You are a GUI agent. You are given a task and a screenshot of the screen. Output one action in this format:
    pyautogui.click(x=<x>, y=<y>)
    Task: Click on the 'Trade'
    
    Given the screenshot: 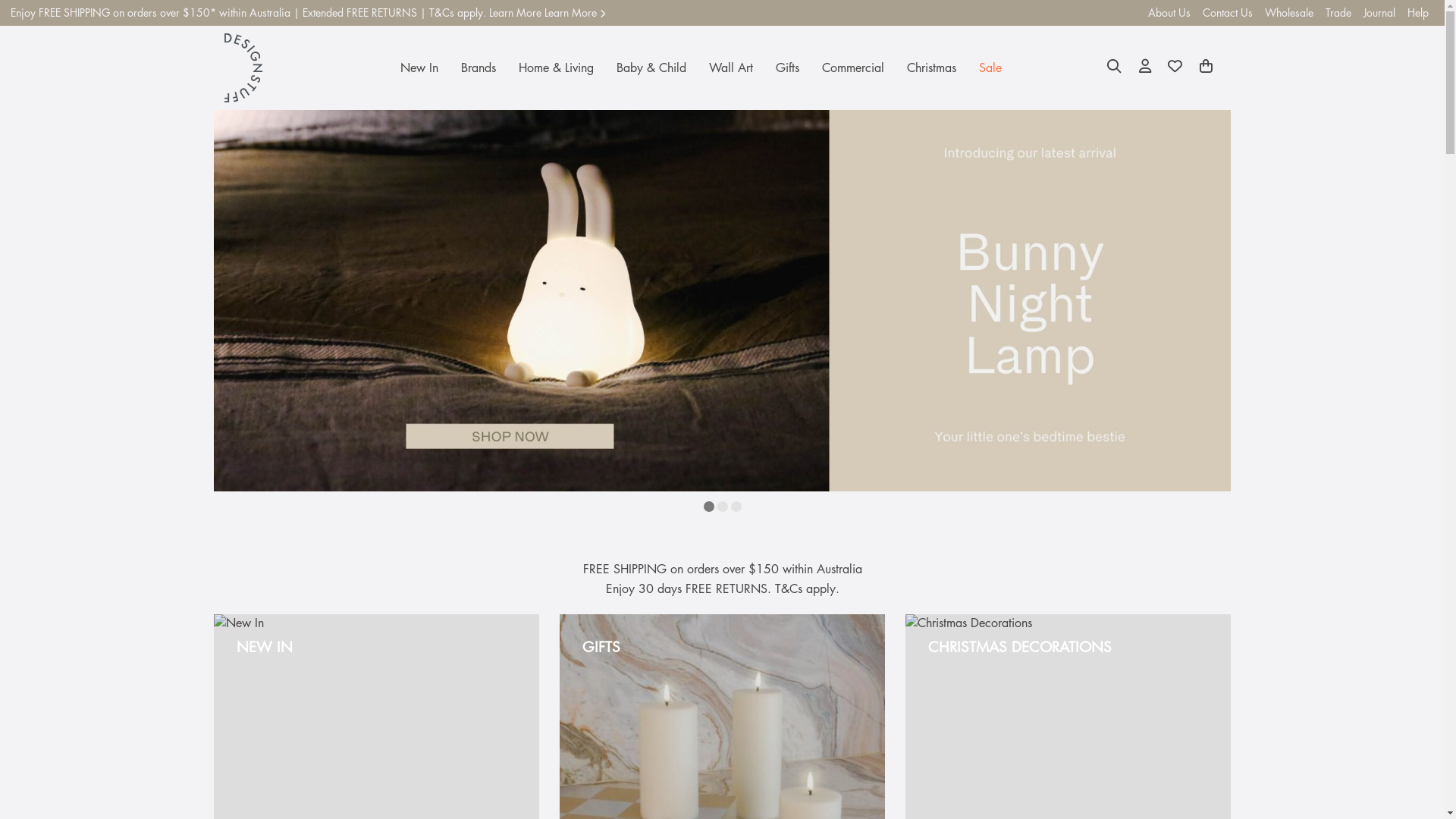 What is the action you would take?
    pyautogui.click(x=1338, y=12)
    